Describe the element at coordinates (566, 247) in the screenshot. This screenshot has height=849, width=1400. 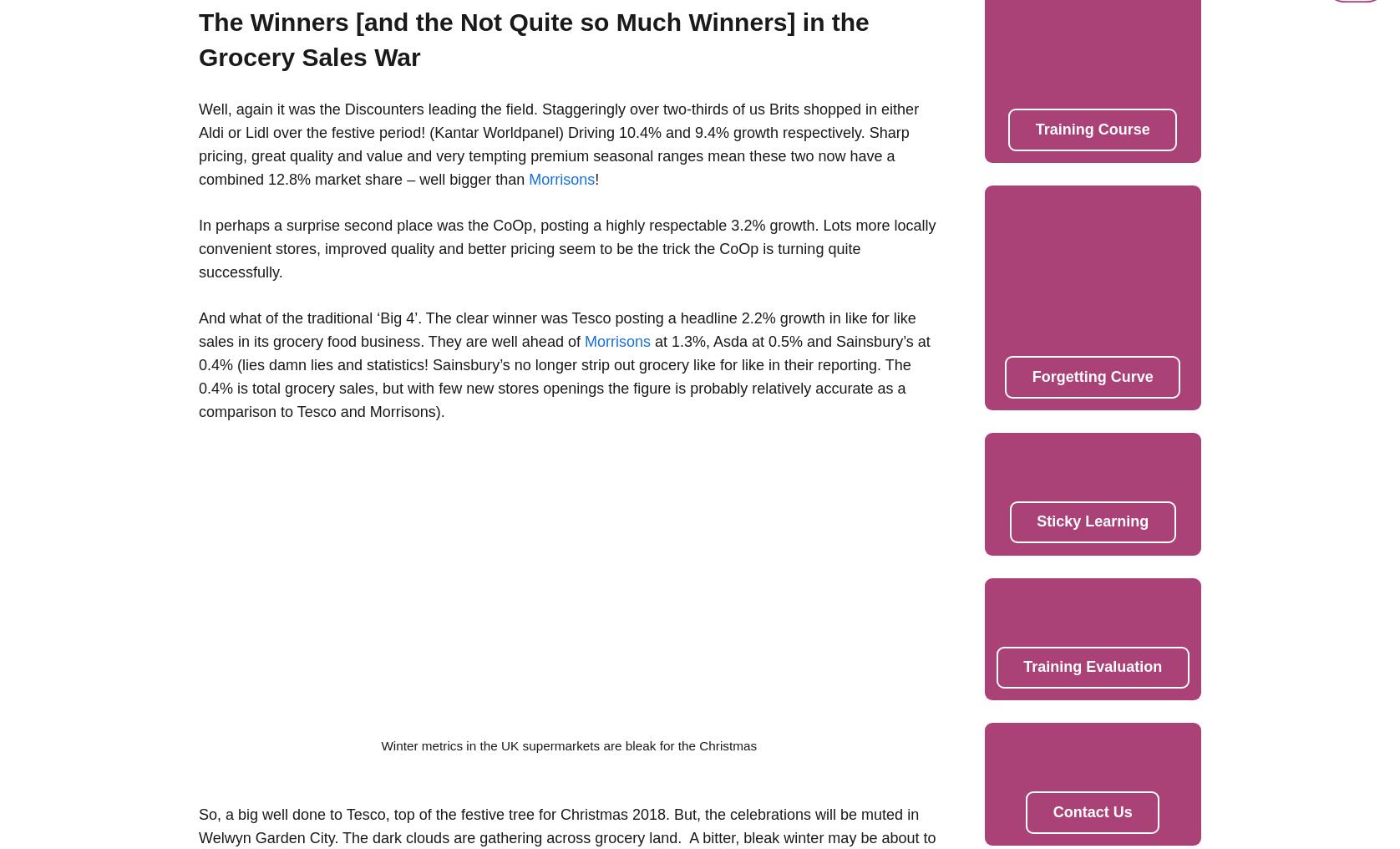
I see `'In perhaps a surprise second place was the CoOp, posting a highly respectable 3.2% growth. Lots more locally convenient stores, improved quality and better pricing seem to be the trick the CoOp is turning quite successfully.'` at that location.